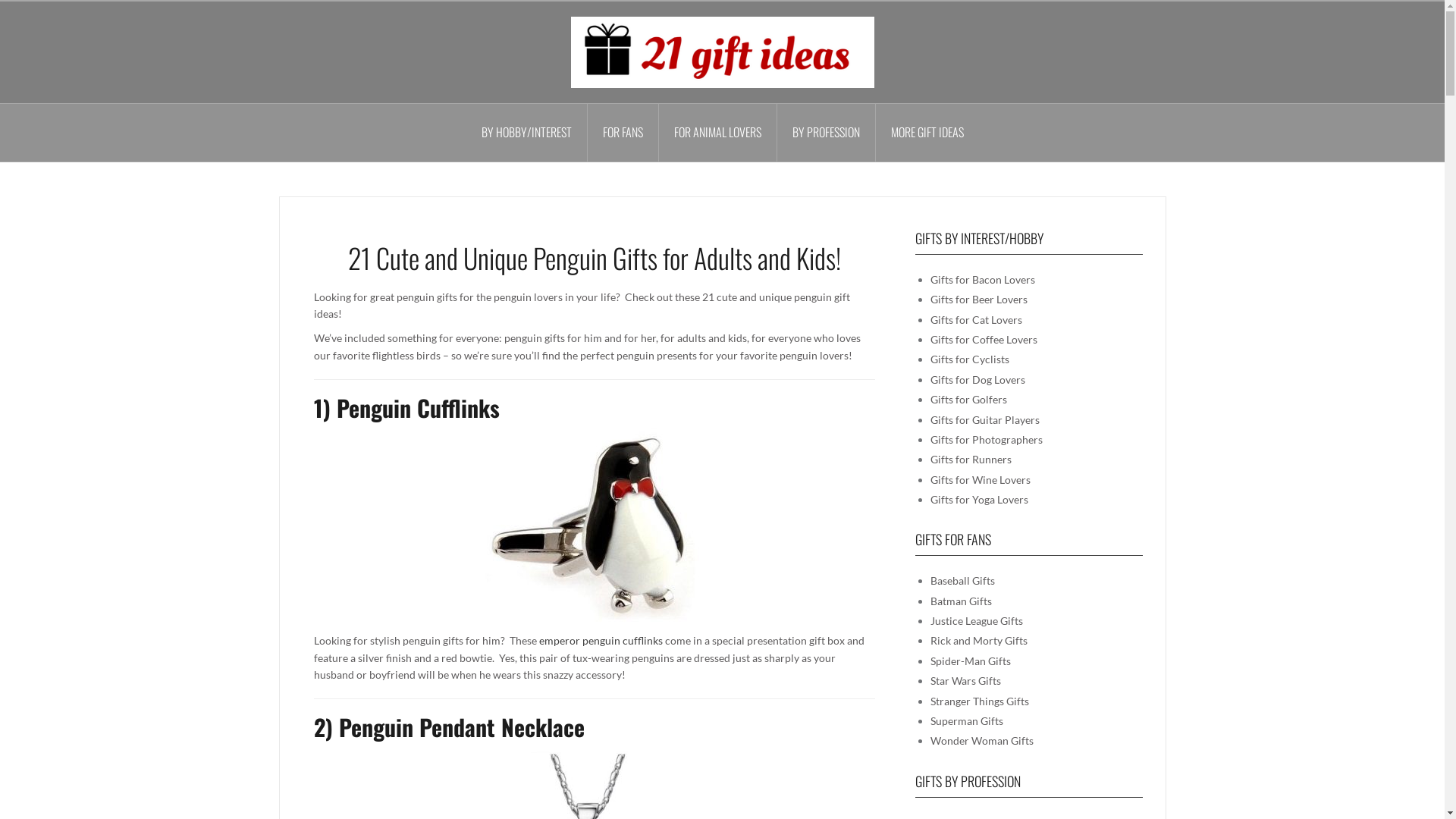 This screenshot has width=1456, height=819. I want to click on '21 Gift Ideas', so click(570, 50).